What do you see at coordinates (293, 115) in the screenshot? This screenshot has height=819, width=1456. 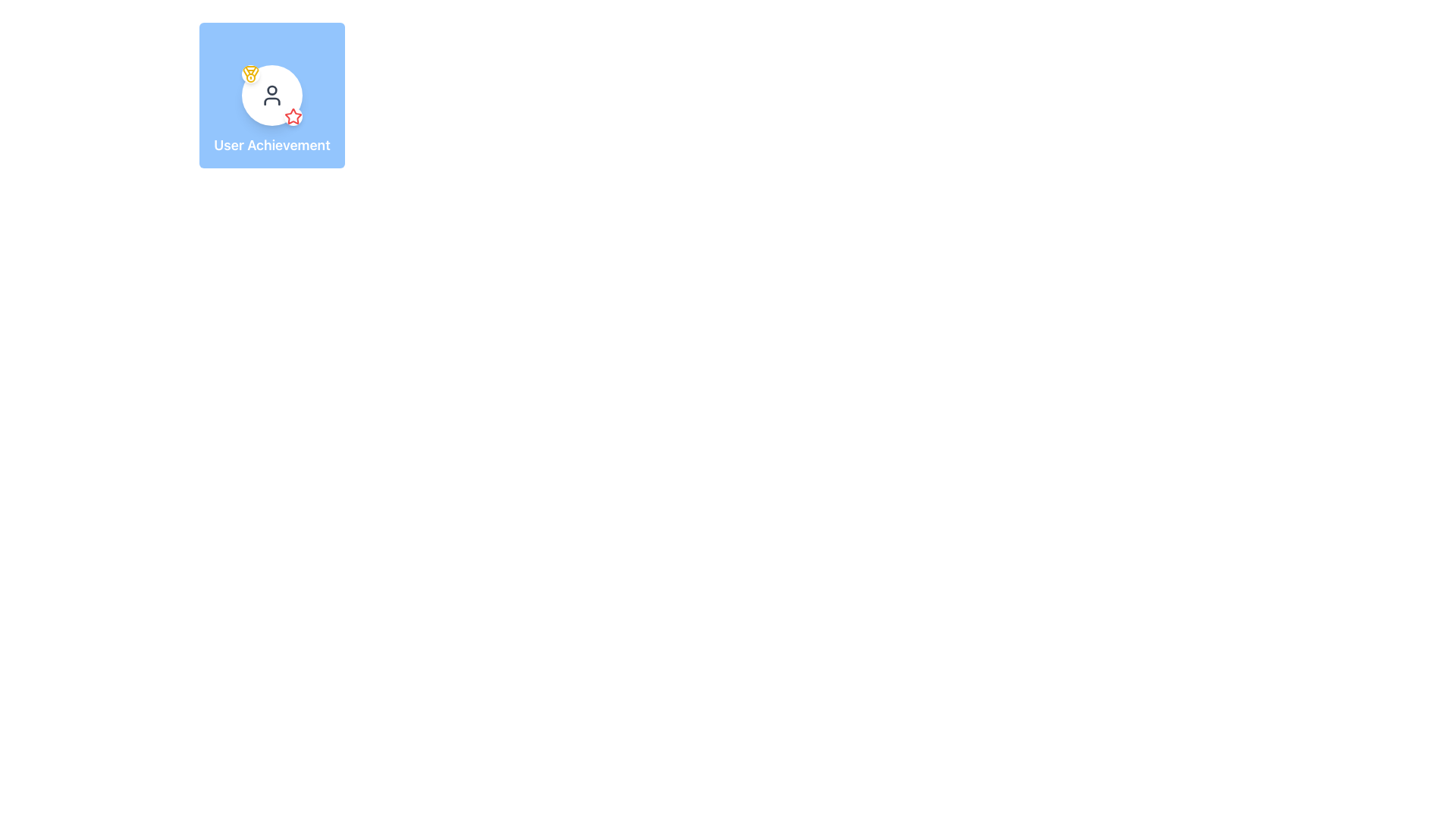 I see `the status of the star-shaped icon located within the circular badge at the bottom-right corner of the user profile card` at bounding box center [293, 115].